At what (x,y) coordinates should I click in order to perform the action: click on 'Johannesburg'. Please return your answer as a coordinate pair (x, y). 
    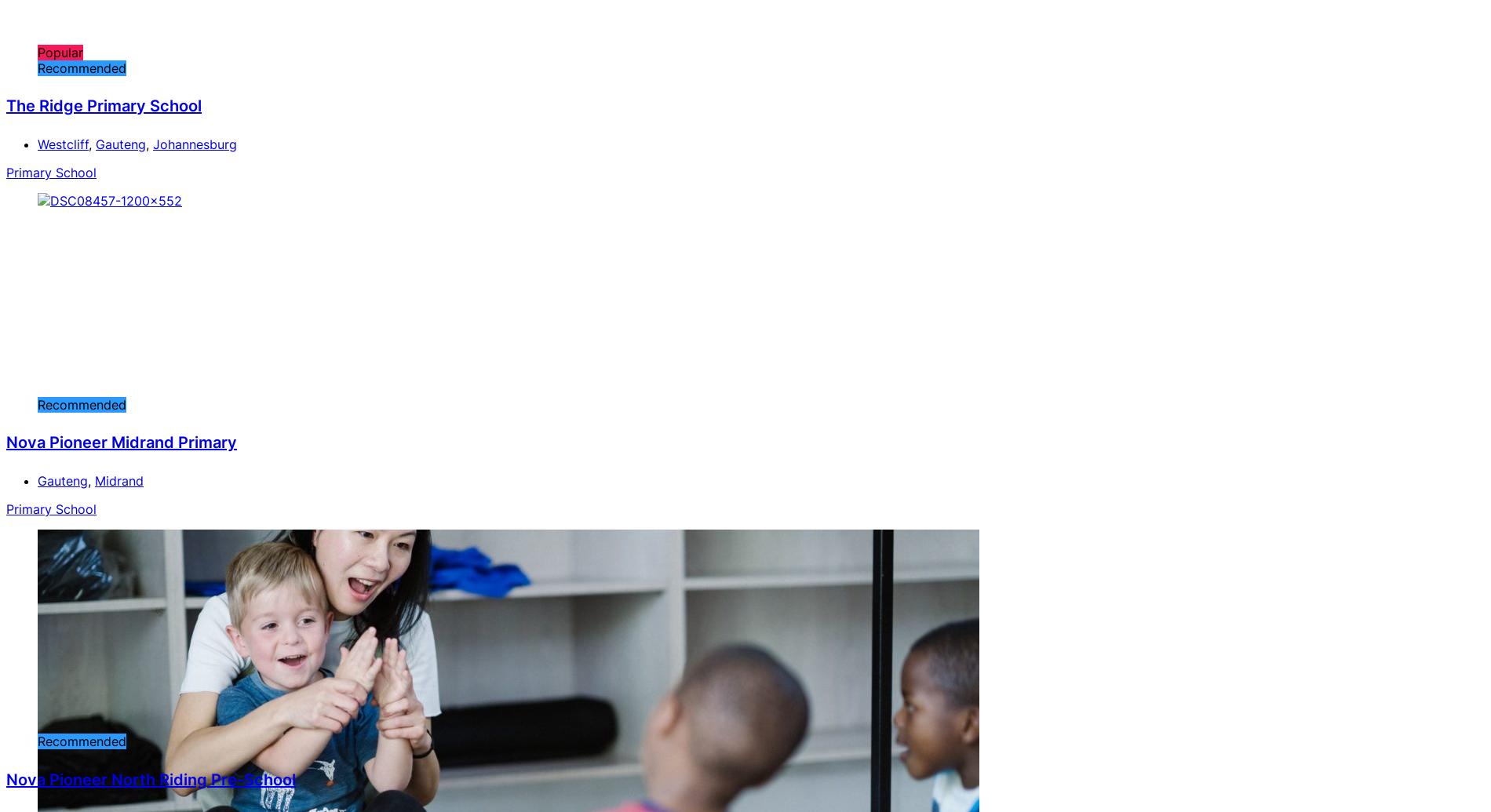
    Looking at the image, I should click on (194, 143).